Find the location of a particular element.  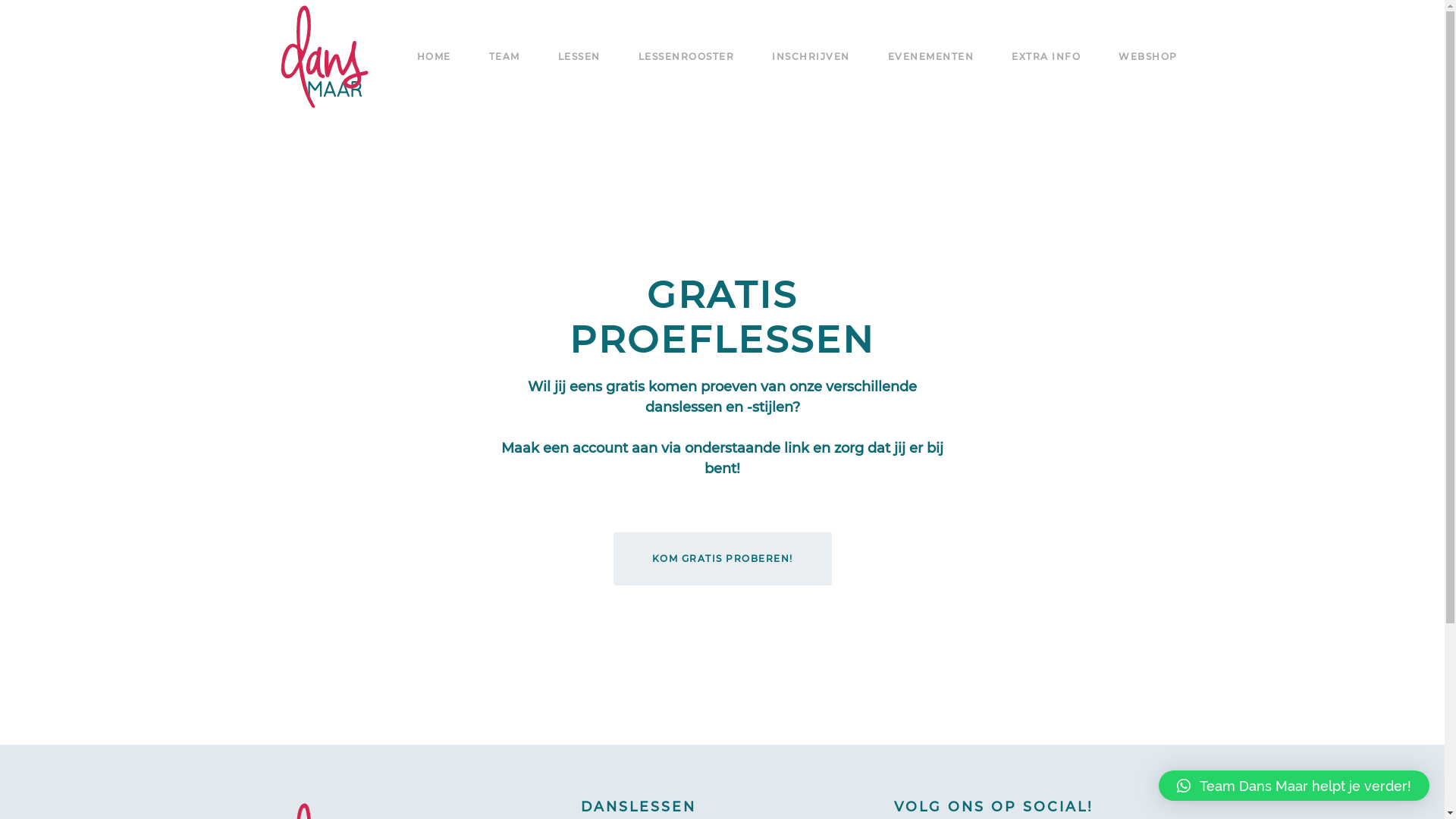

'KOM GRATIS PROBEREN!' is located at coordinates (720, 558).